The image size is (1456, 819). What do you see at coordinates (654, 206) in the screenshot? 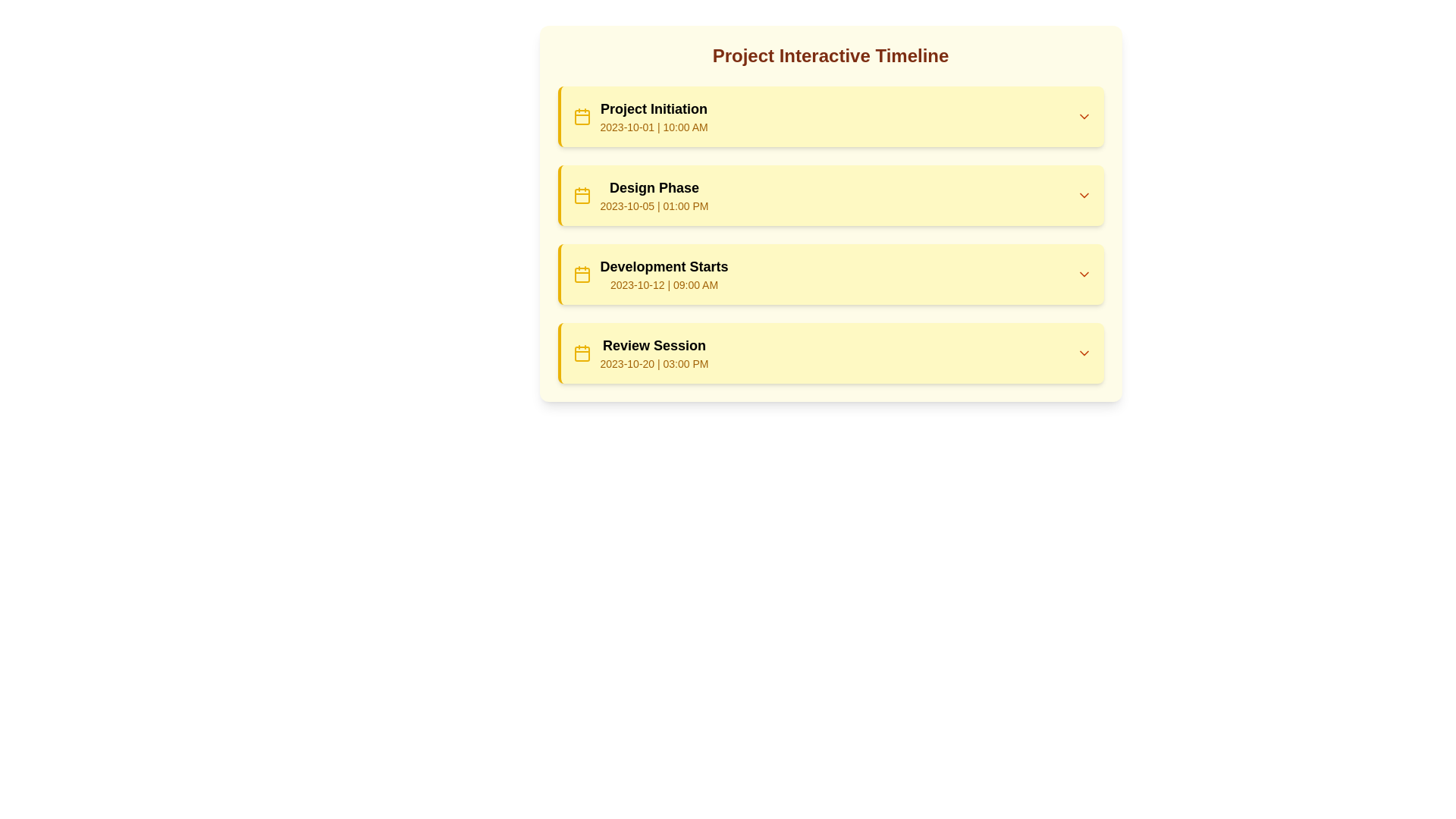
I see `the timestamp Text label associated with the 'Design Phase' milestone, located beneath the 'Design Phase' title in the second timeline entry` at bounding box center [654, 206].